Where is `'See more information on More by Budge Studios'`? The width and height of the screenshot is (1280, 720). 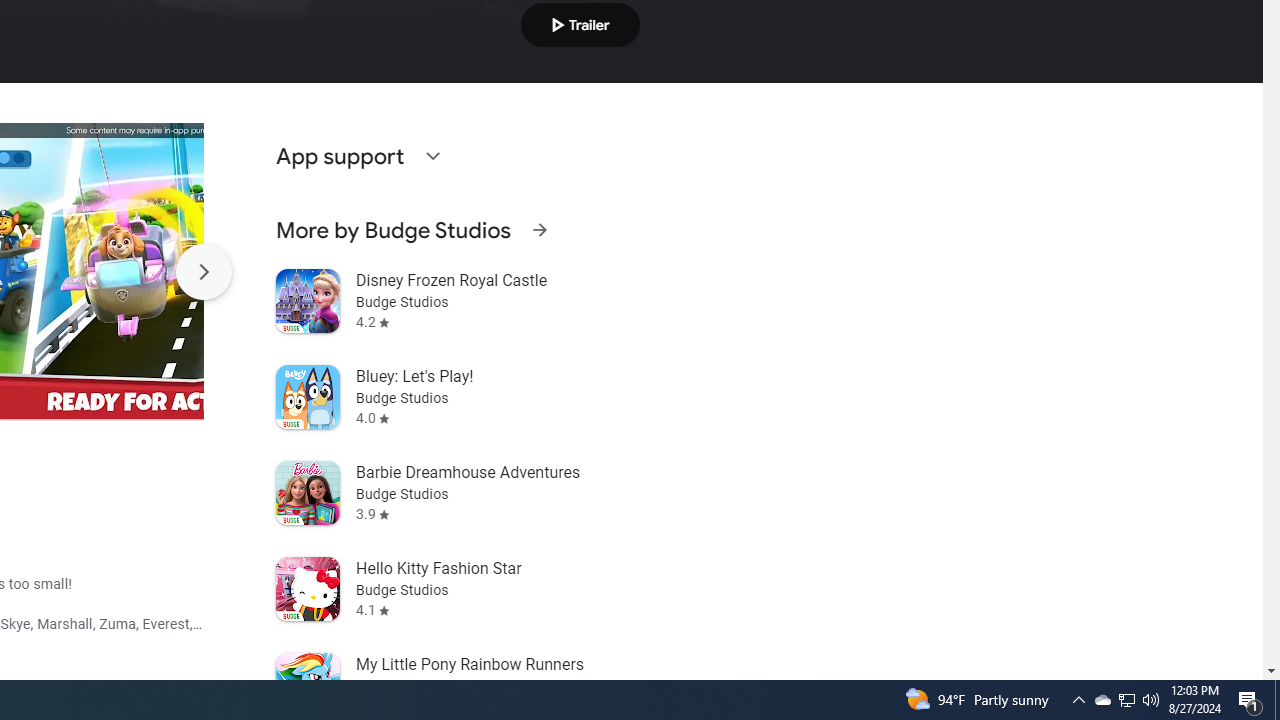
'See more information on More by Budge Studios' is located at coordinates (539, 229).